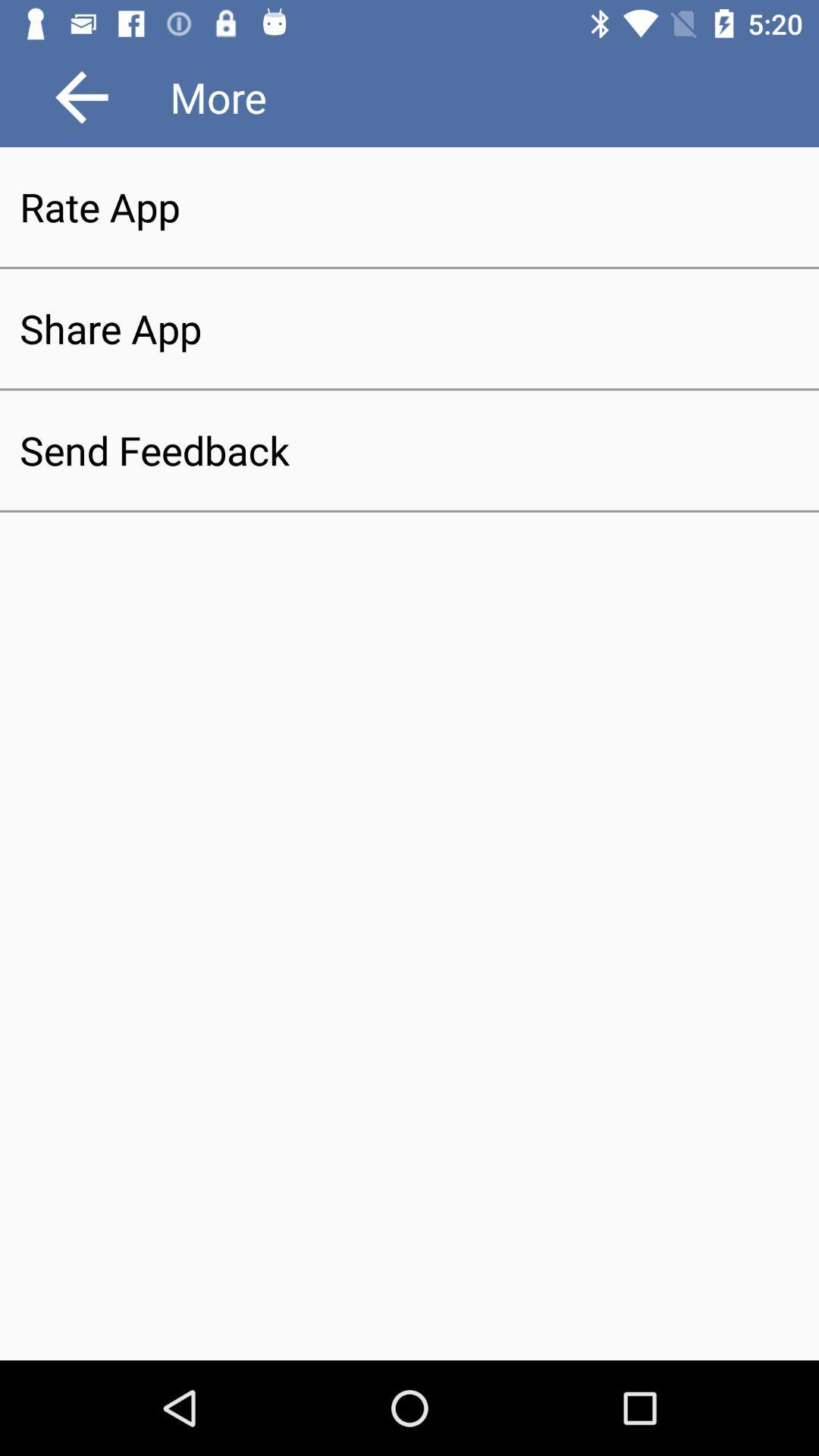  I want to click on icon at the top left corner, so click(82, 96).